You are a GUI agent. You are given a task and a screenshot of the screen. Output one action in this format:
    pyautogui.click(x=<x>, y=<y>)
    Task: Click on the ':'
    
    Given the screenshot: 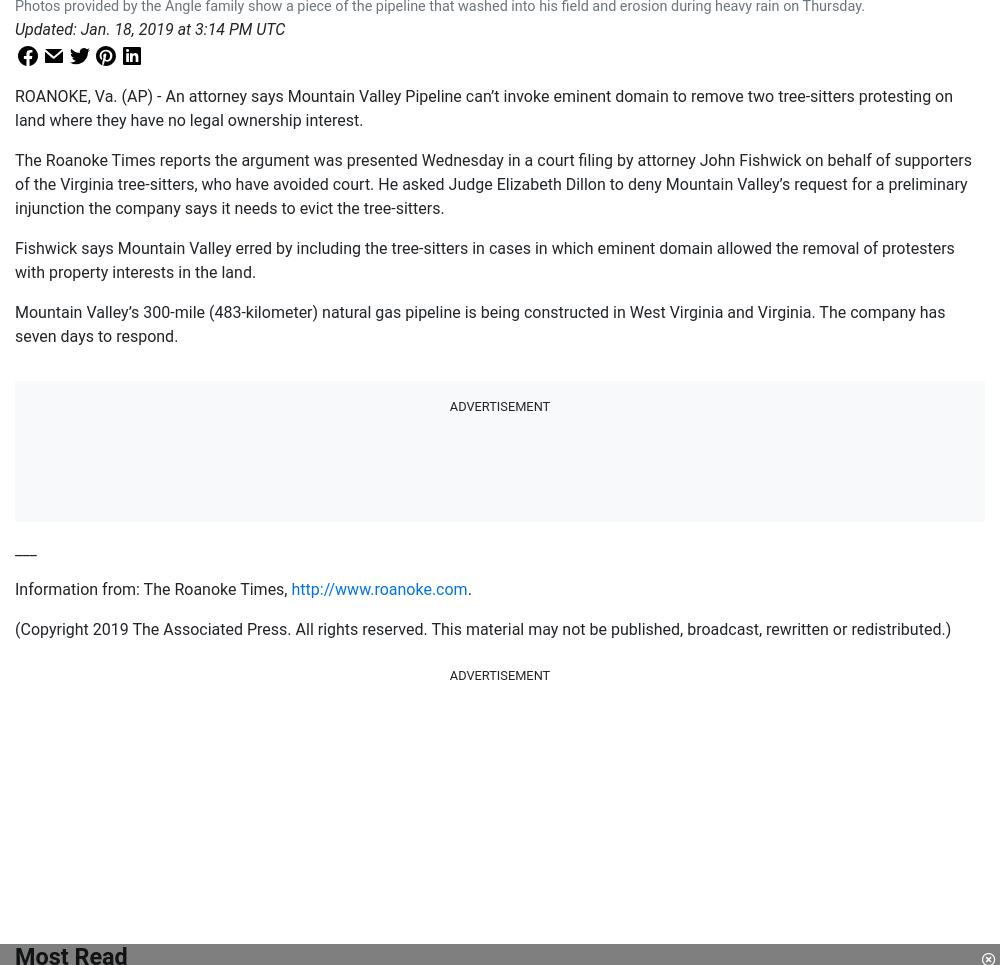 What is the action you would take?
    pyautogui.click(x=75, y=28)
    